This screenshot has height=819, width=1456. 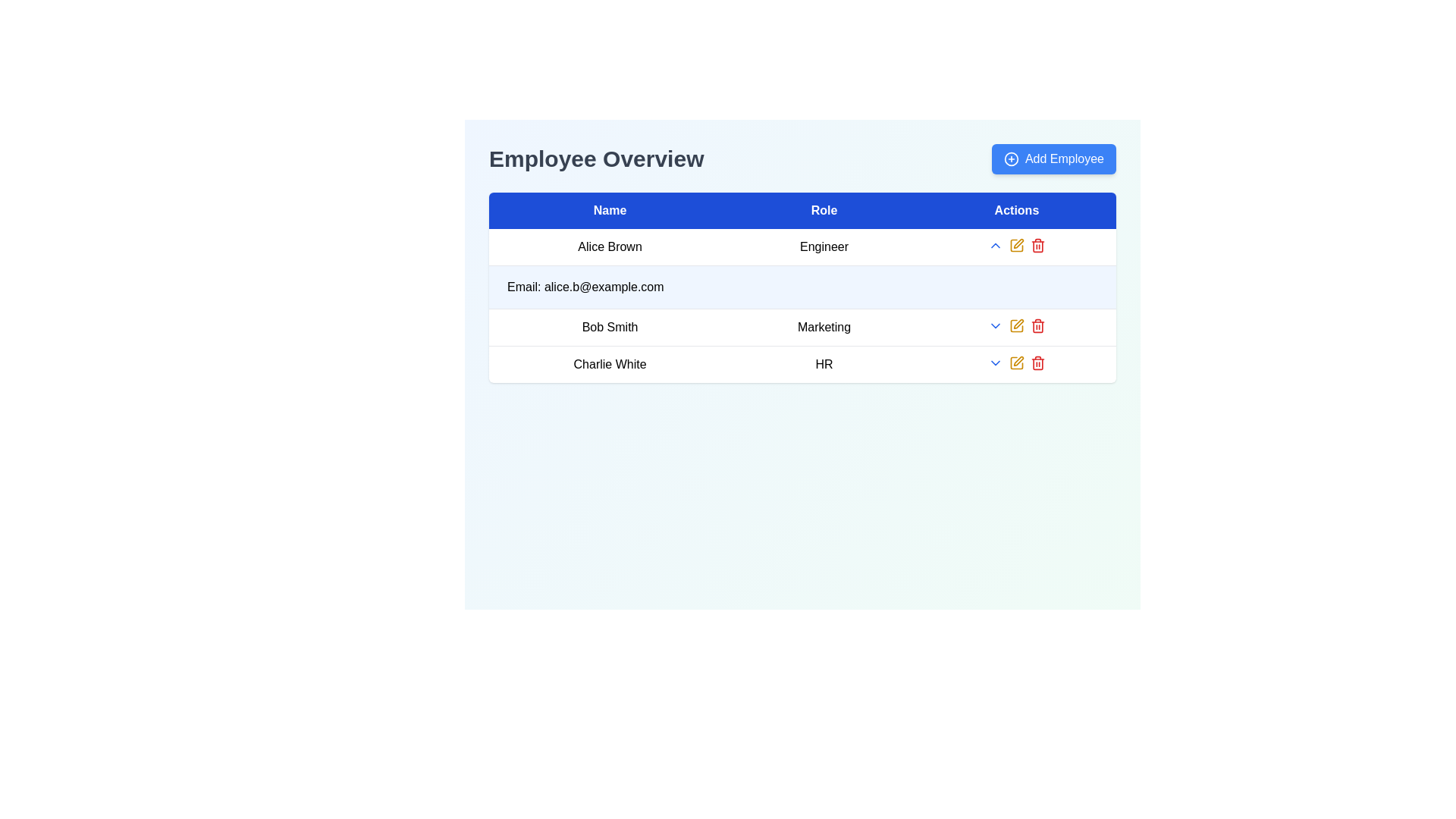 What do you see at coordinates (1016, 210) in the screenshot?
I see `the 'Actions' column header in the table, which has a solid blue background and white bold text, located as the third column from the left` at bounding box center [1016, 210].